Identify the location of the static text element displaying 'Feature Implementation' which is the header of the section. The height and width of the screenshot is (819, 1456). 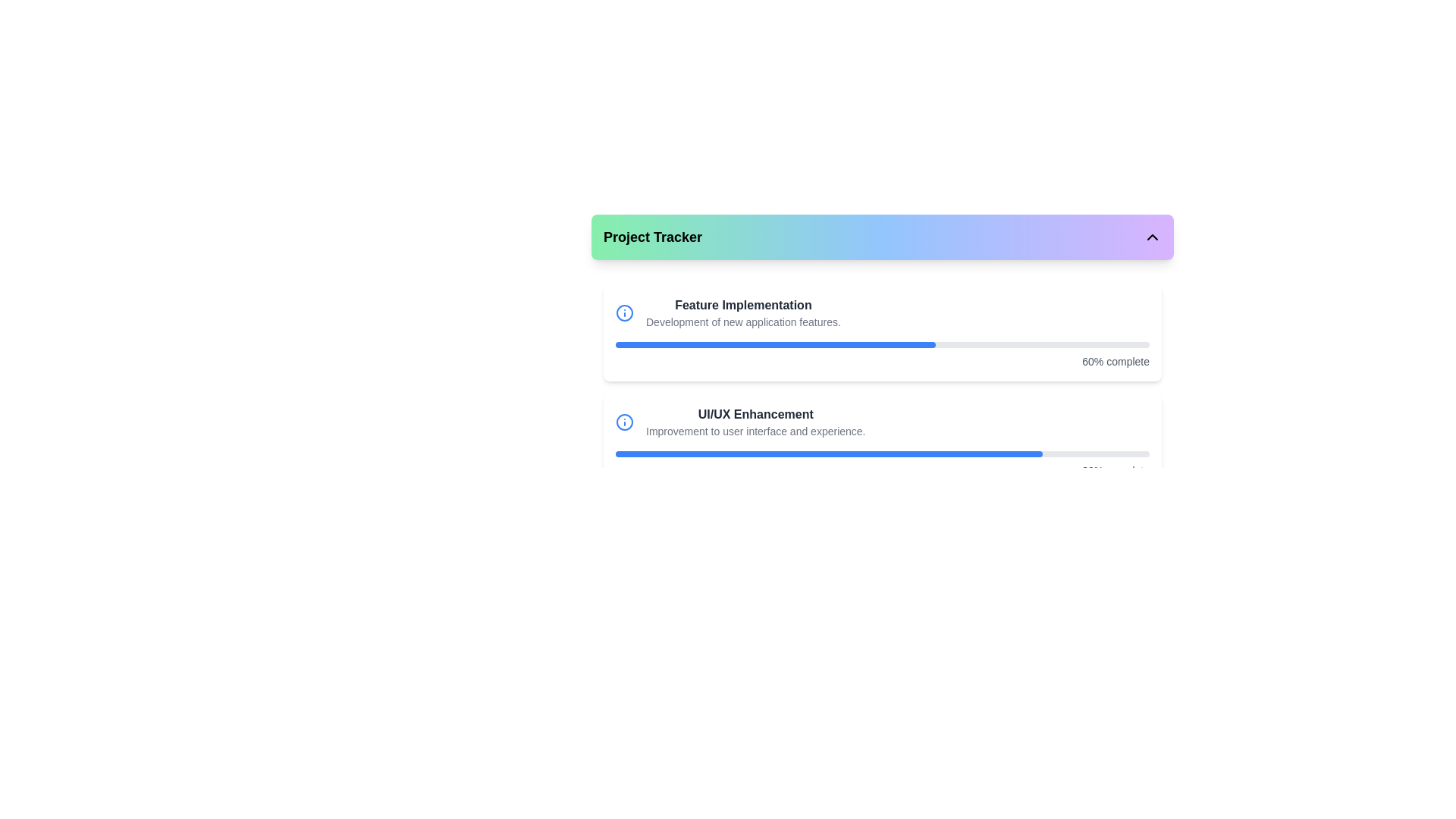
(743, 305).